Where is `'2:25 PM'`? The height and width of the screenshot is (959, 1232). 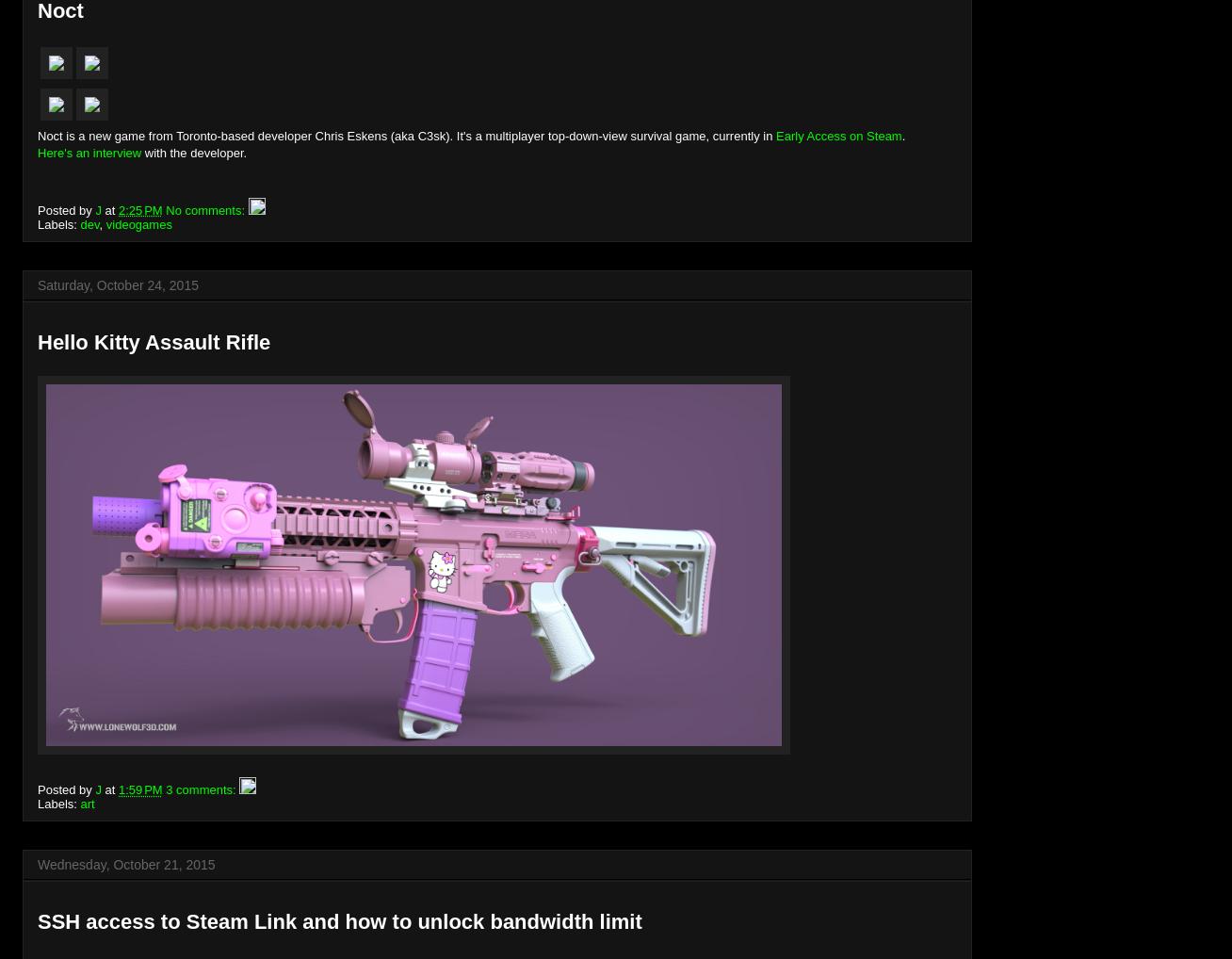 '2:25 PM' is located at coordinates (138, 208).